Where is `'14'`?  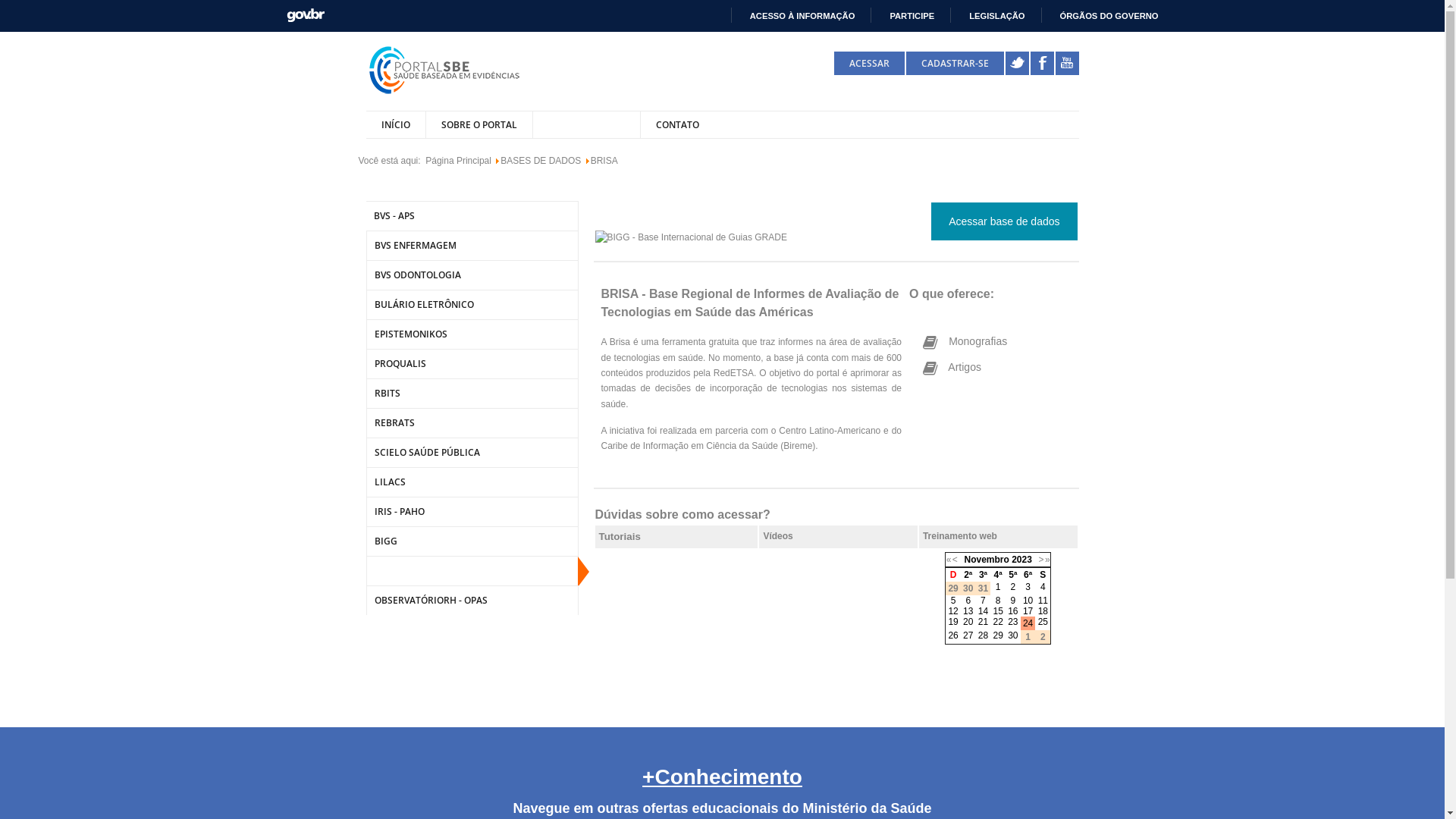 '14' is located at coordinates (983, 610).